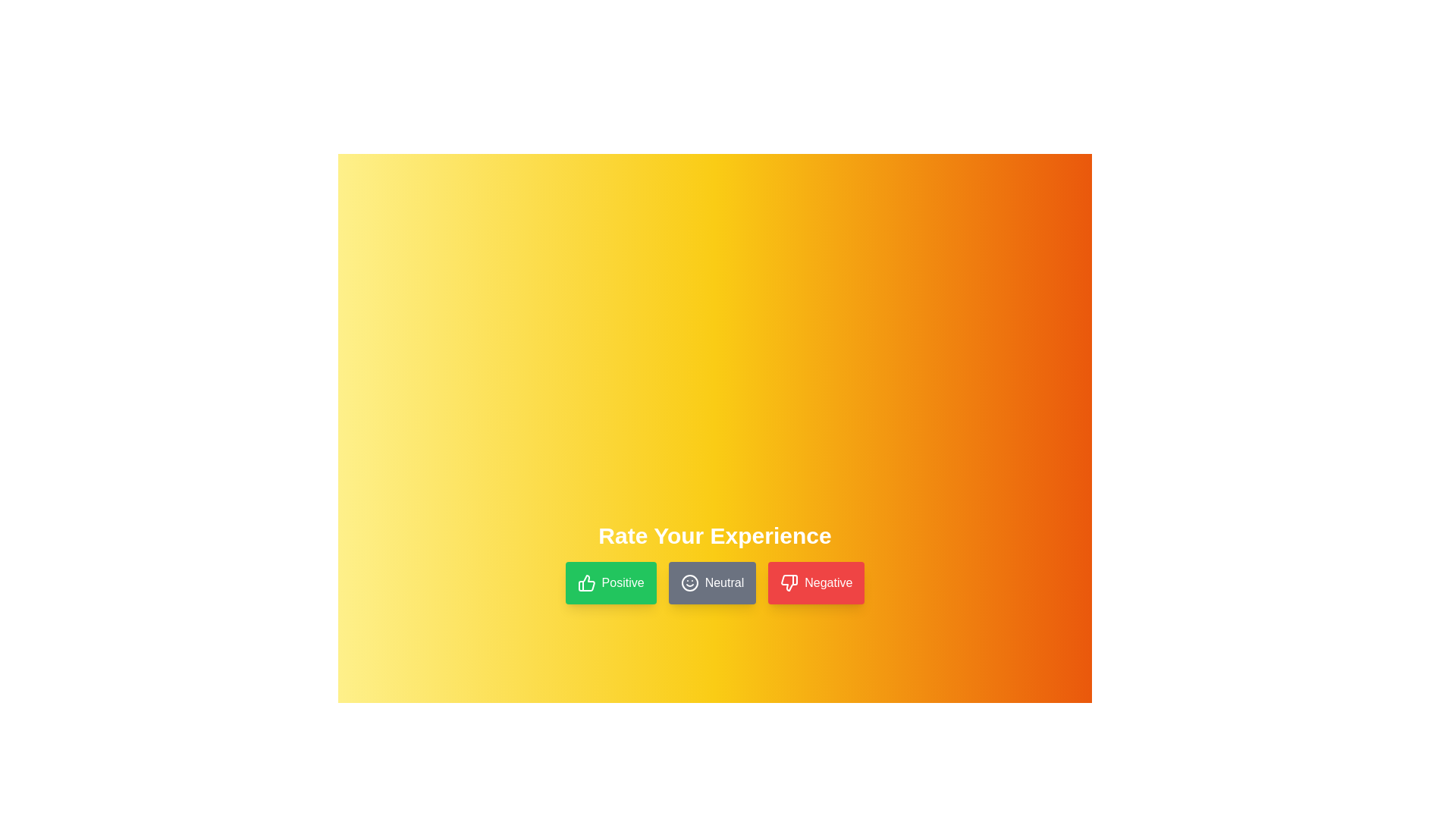 The image size is (1456, 819). I want to click on the green 'Positive' button containing the thumbs-up icon, so click(585, 582).